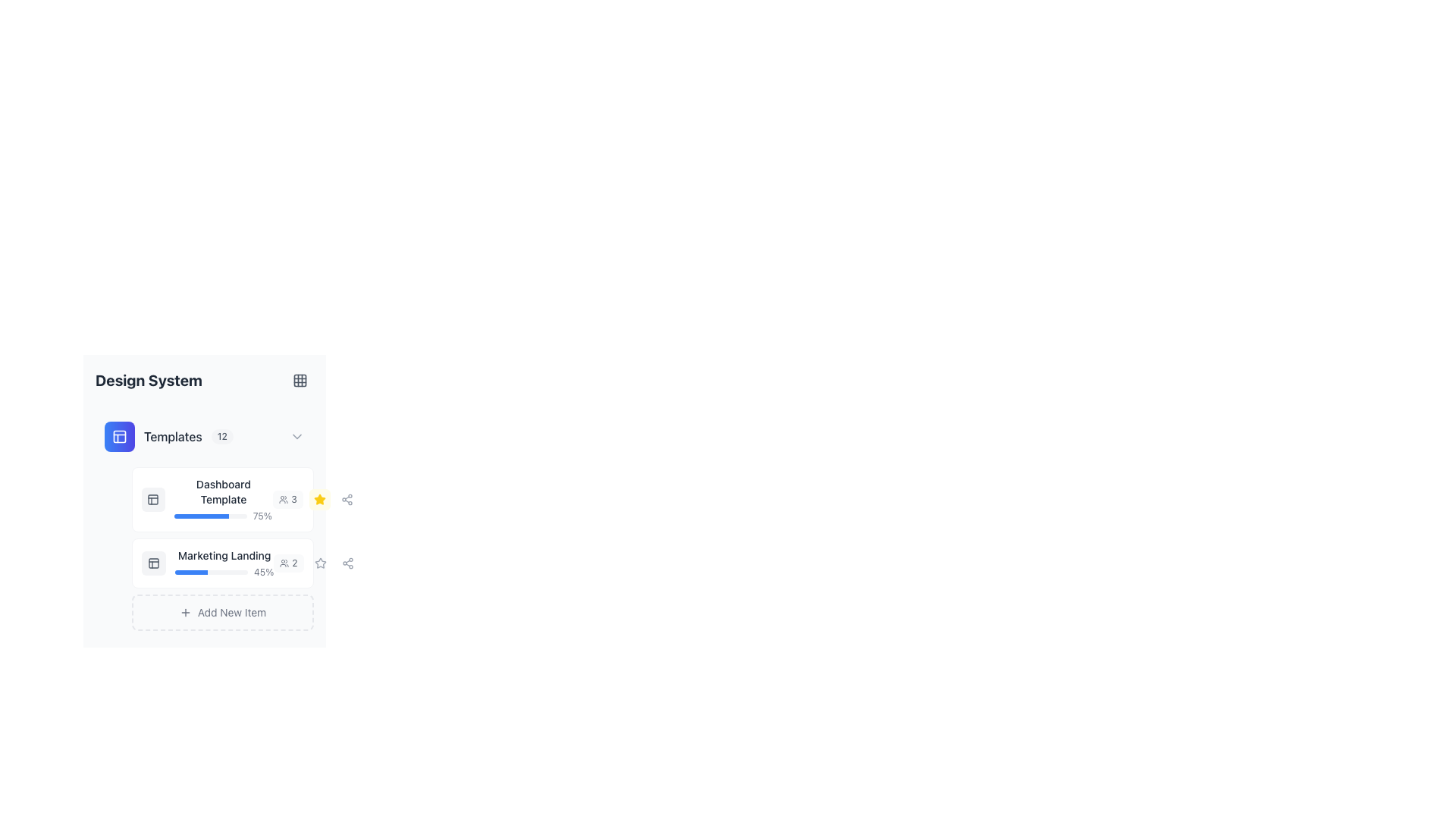 The height and width of the screenshot is (819, 1456). I want to click on the static text label 'Add New Item' which is styled with light gray text and positioned within a bordered box at the bottom of the templates section, so click(231, 611).